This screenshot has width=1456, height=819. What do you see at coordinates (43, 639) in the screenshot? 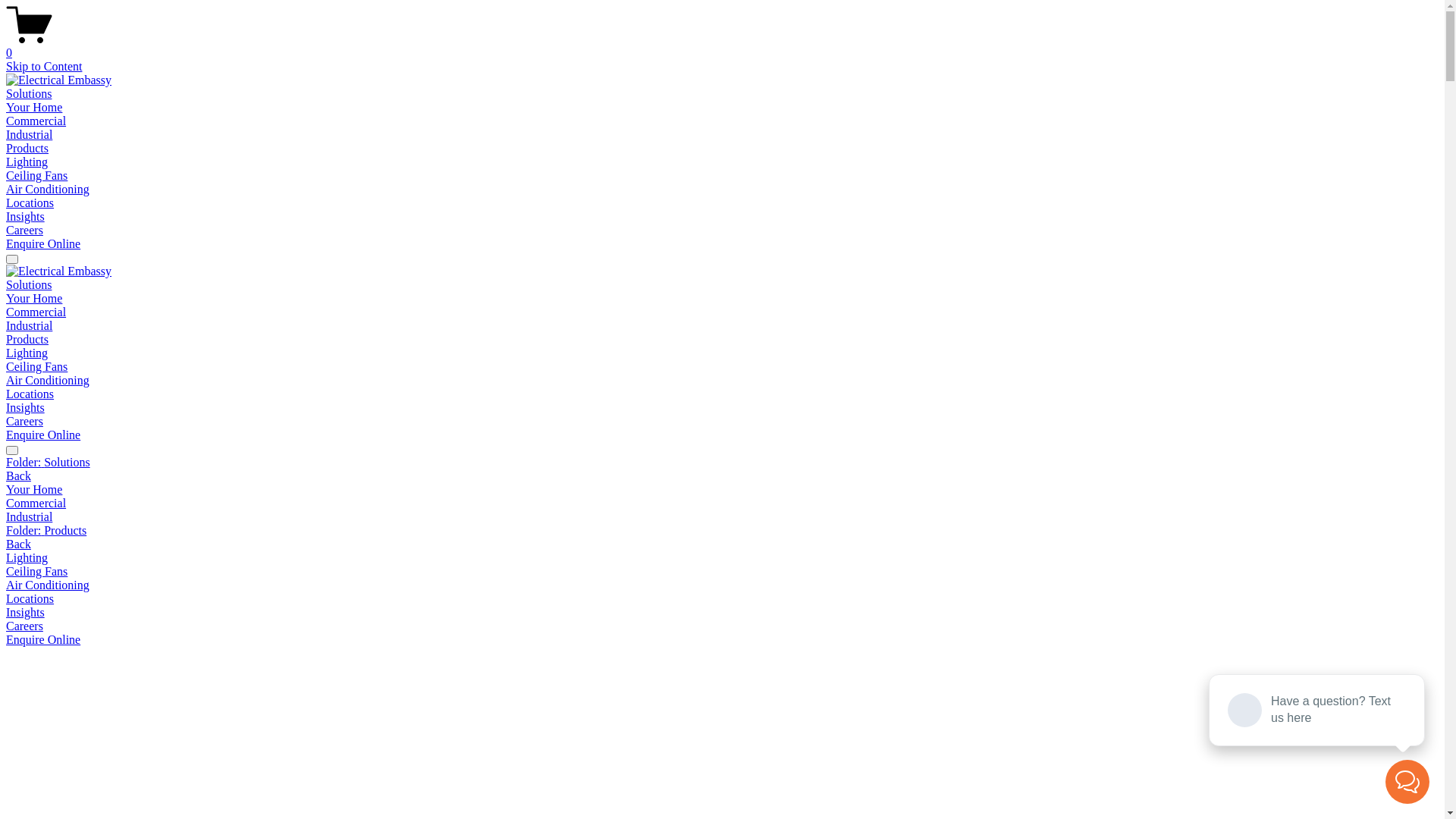
I see `'Enquire Online'` at bounding box center [43, 639].